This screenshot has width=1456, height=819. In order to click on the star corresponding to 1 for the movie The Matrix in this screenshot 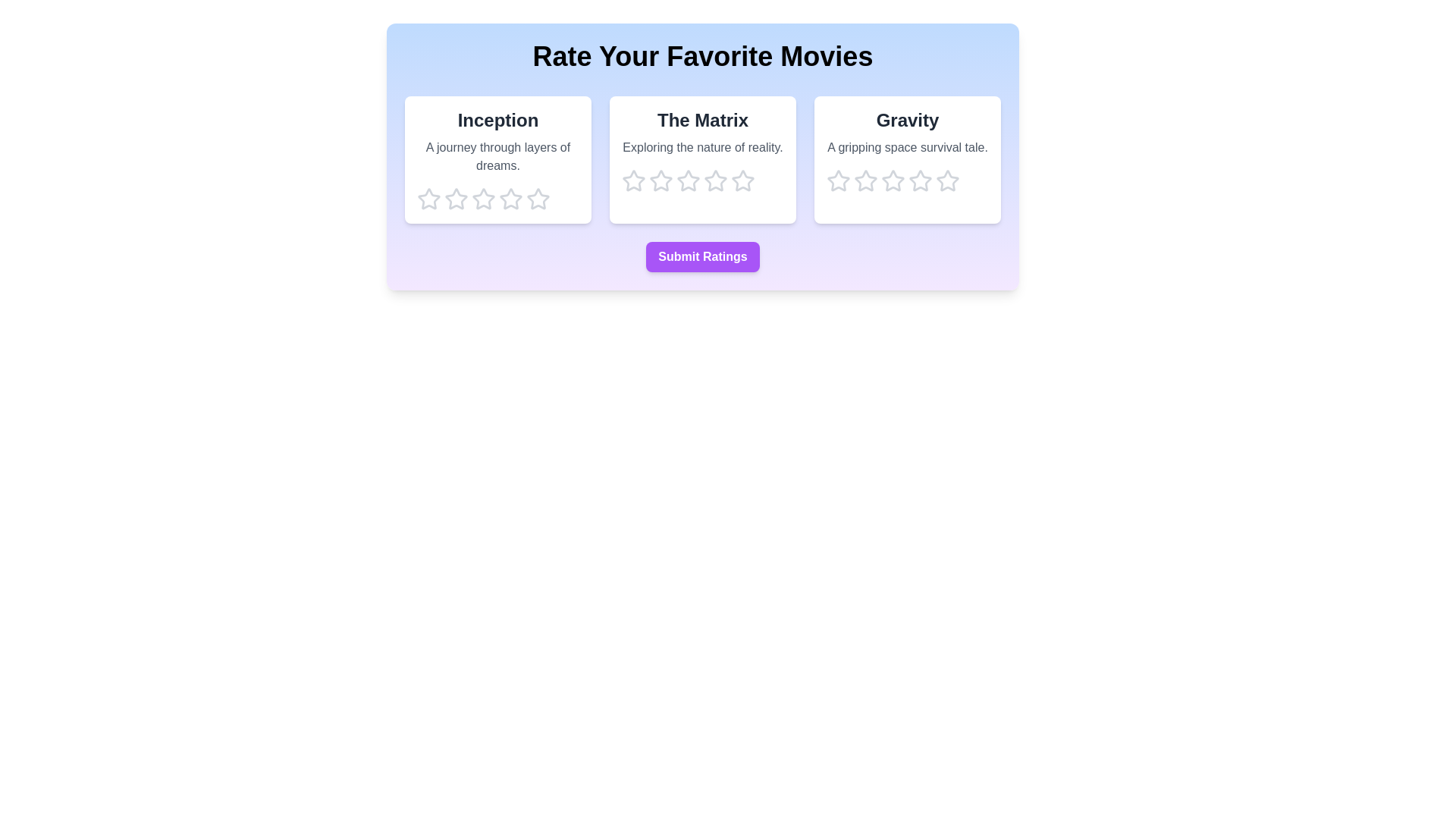, I will do `click(633, 180)`.